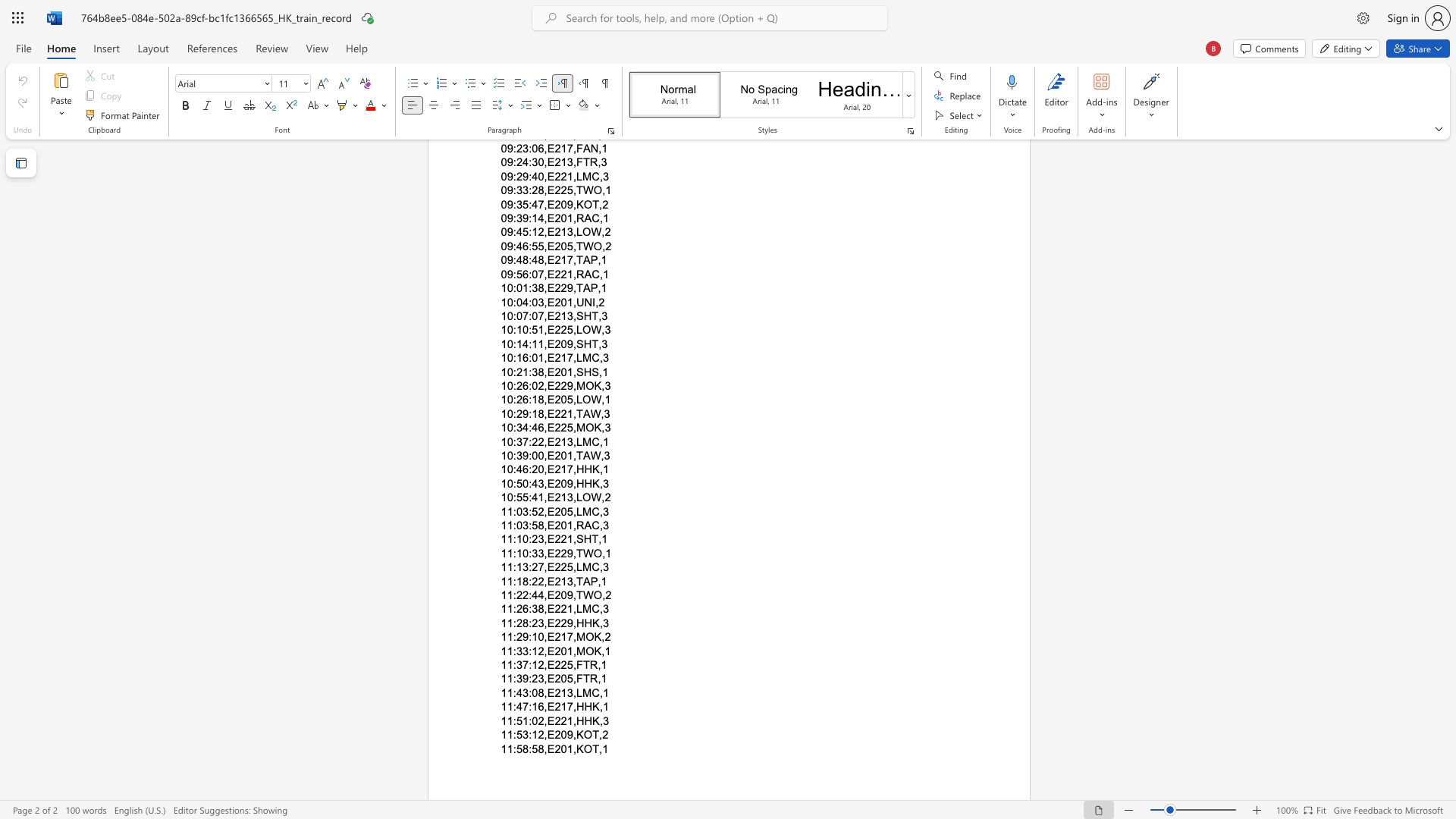 This screenshot has width=1456, height=819. What do you see at coordinates (597, 748) in the screenshot?
I see `the space between the continuous character "T" and "," in the text` at bounding box center [597, 748].